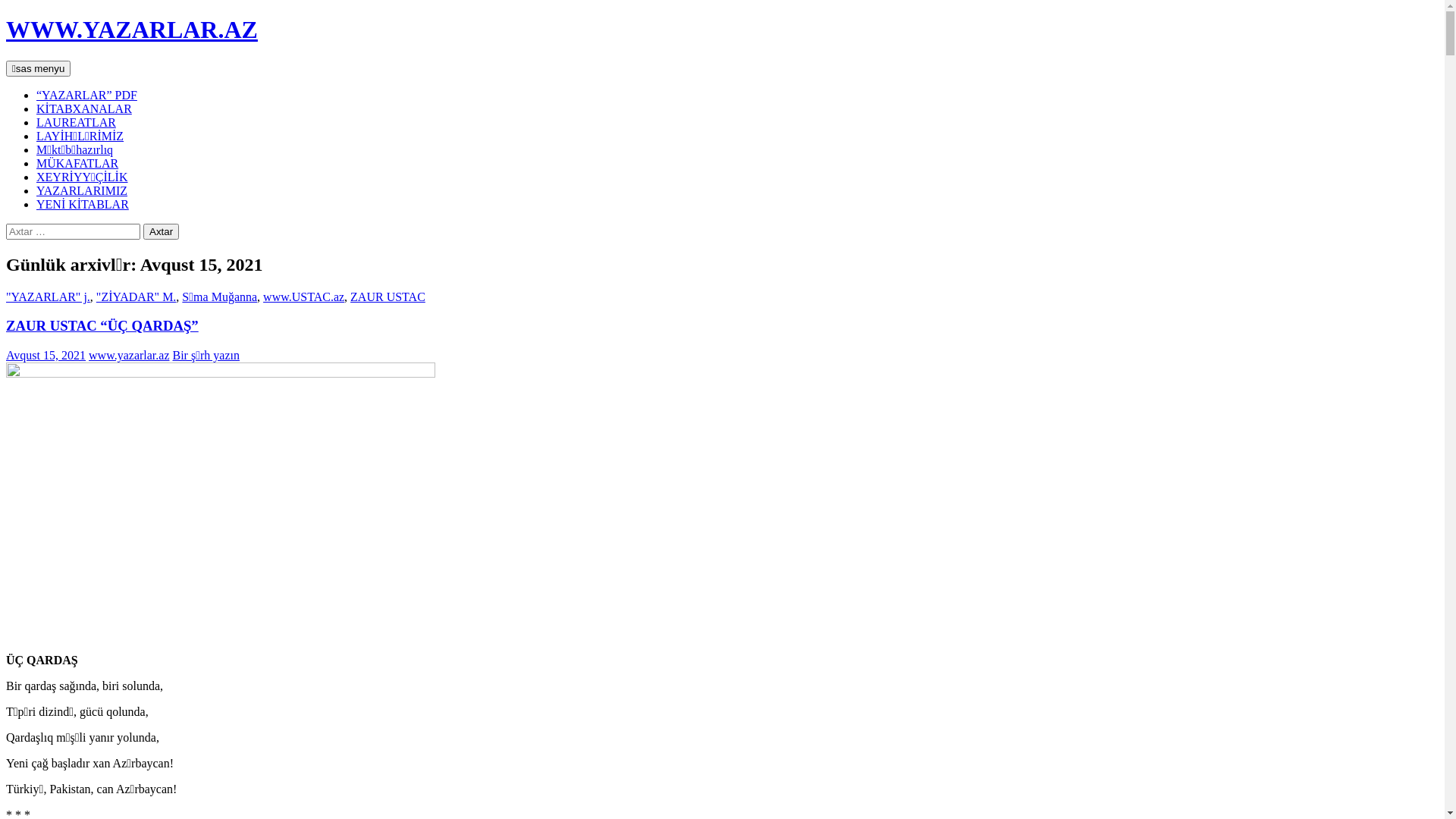 The height and width of the screenshot is (819, 1456). Describe the element at coordinates (388, 297) in the screenshot. I see `'ZAUR USTAC'` at that location.